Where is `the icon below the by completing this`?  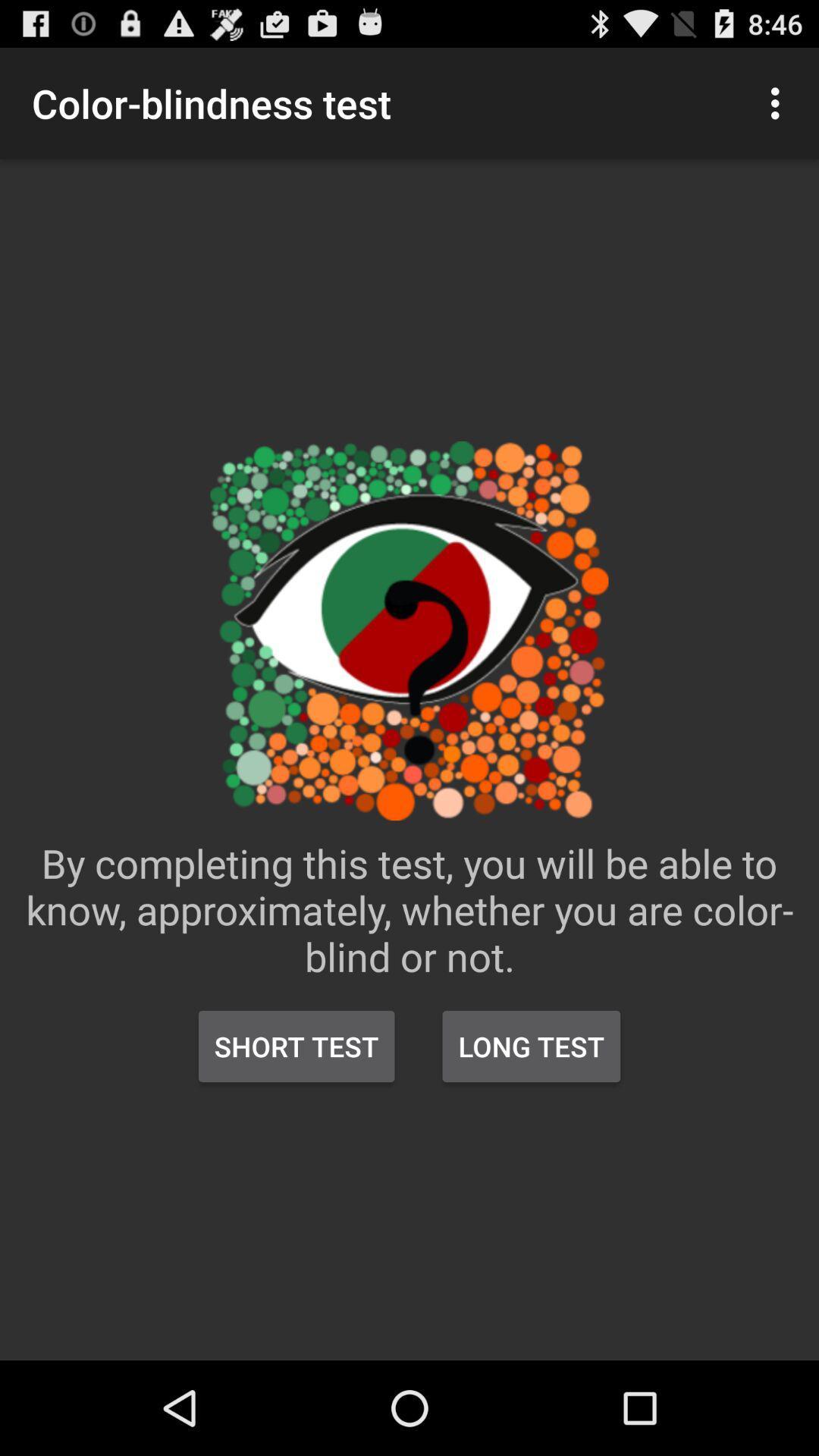 the icon below the by completing this is located at coordinates (530, 1046).